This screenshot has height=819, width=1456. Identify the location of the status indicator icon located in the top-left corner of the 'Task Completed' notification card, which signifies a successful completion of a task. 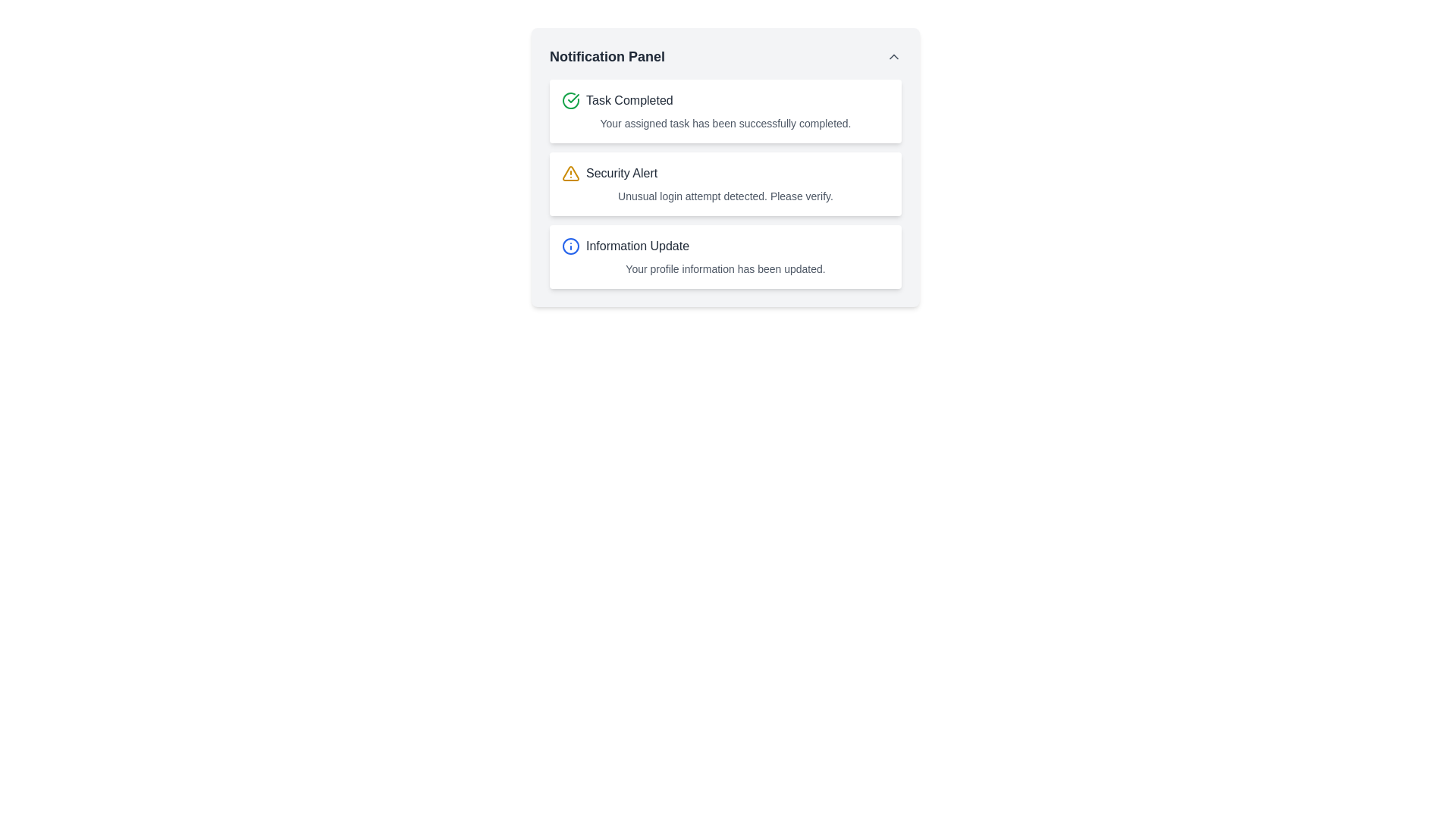
(570, 100).